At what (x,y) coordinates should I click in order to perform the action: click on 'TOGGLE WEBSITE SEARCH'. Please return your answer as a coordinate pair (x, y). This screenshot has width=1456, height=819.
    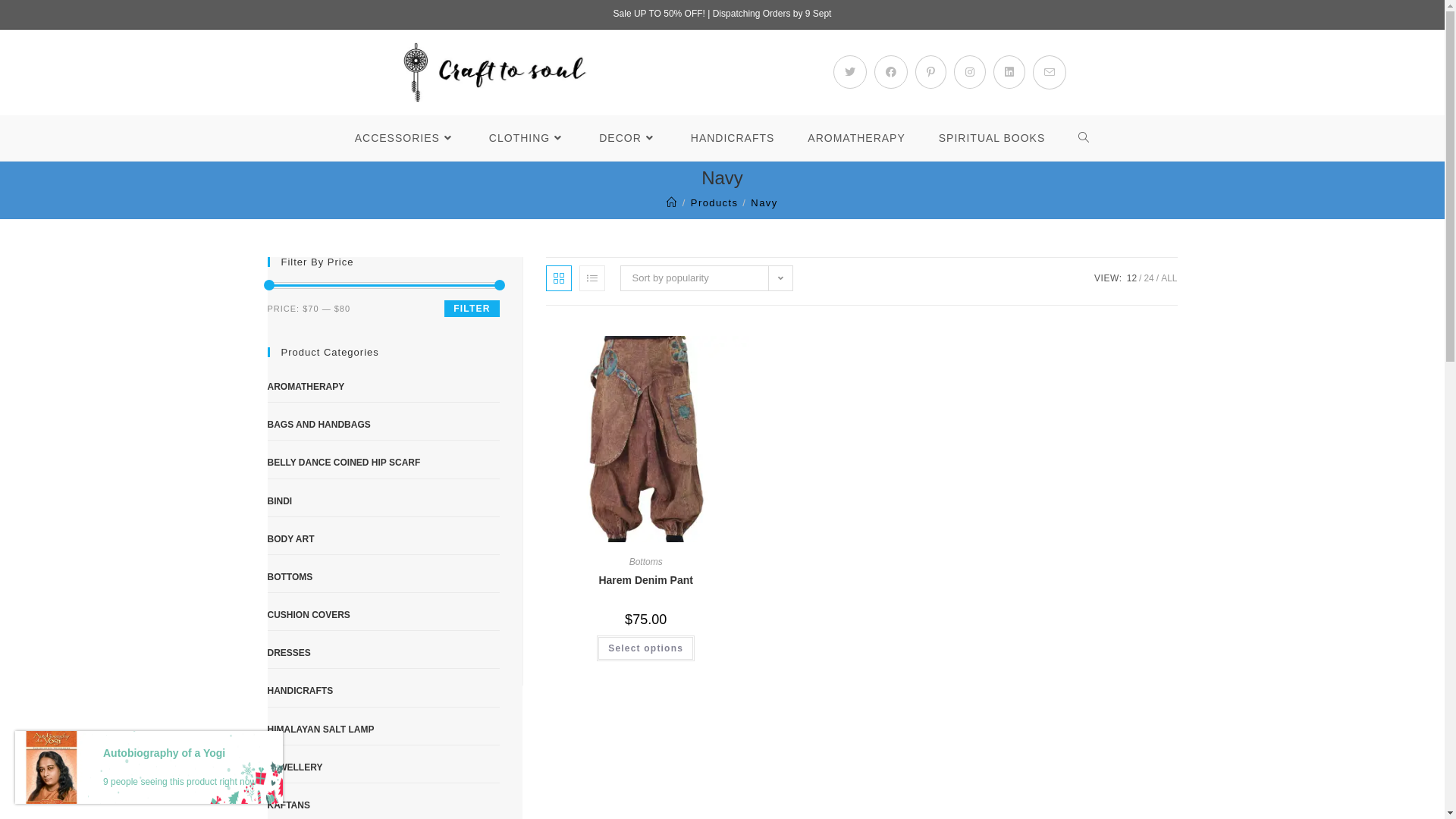
    Looking at the image, I should click on (1083, 137).